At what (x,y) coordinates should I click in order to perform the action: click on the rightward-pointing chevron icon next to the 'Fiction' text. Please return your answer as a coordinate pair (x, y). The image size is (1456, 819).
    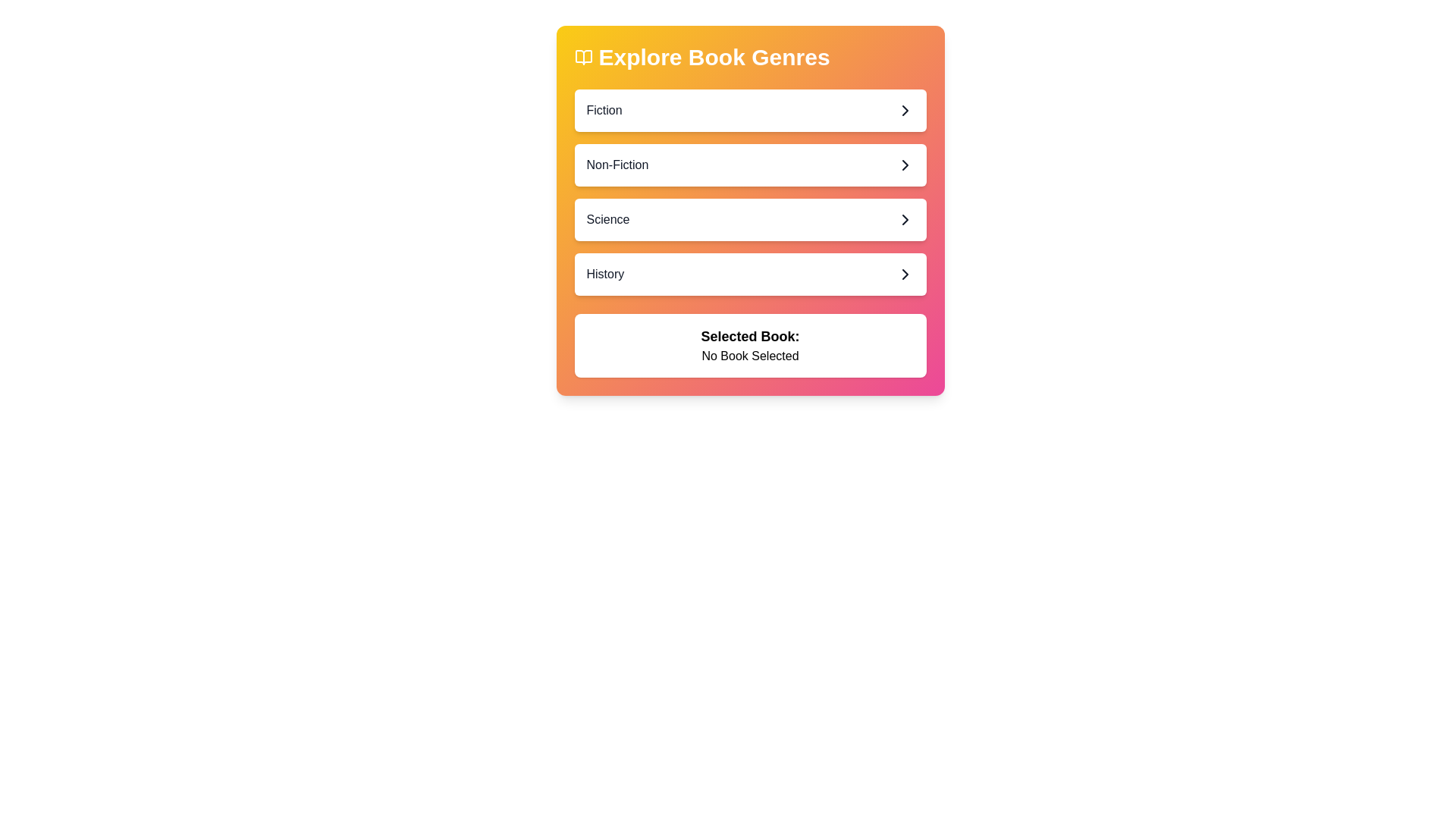
    Looking at the image, I should click on (905, 110).